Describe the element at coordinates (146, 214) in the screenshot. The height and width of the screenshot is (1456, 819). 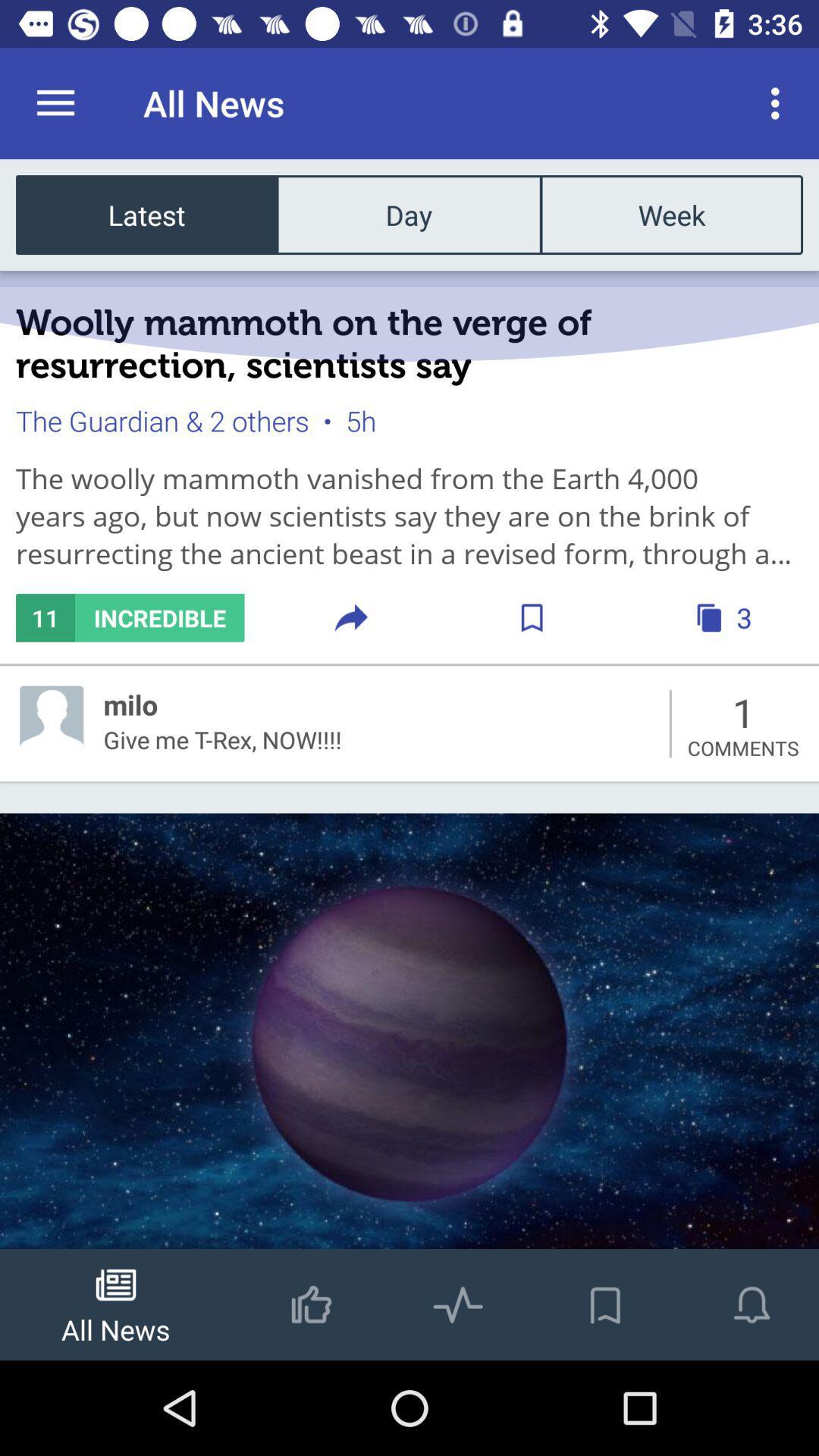
I see `item above woolly mammoth on` at that location.